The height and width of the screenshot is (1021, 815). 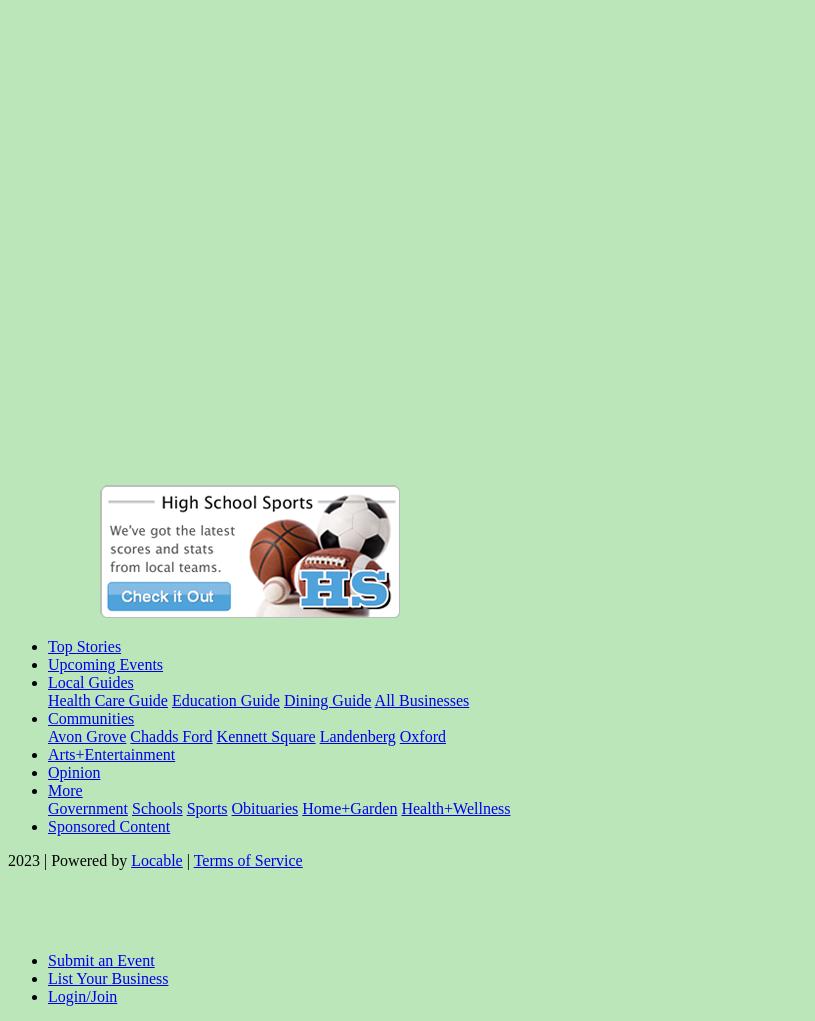 What do you see at coordinates (47, 789) in the screenshot?
I see `'More'` at bounding box center [47, 789].